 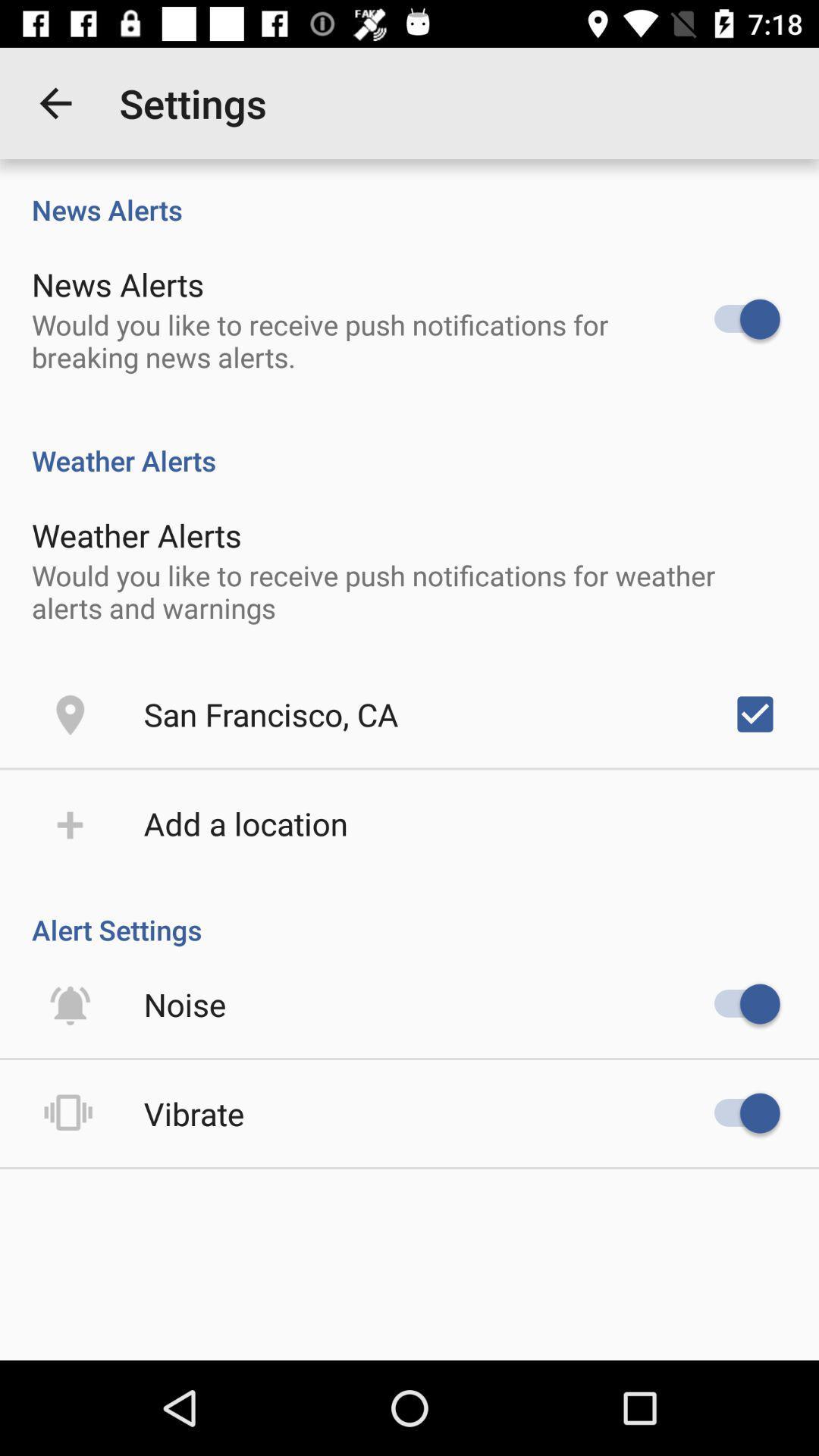 I want to click on the icon above vibrate item, so click(x=184, y=1004).